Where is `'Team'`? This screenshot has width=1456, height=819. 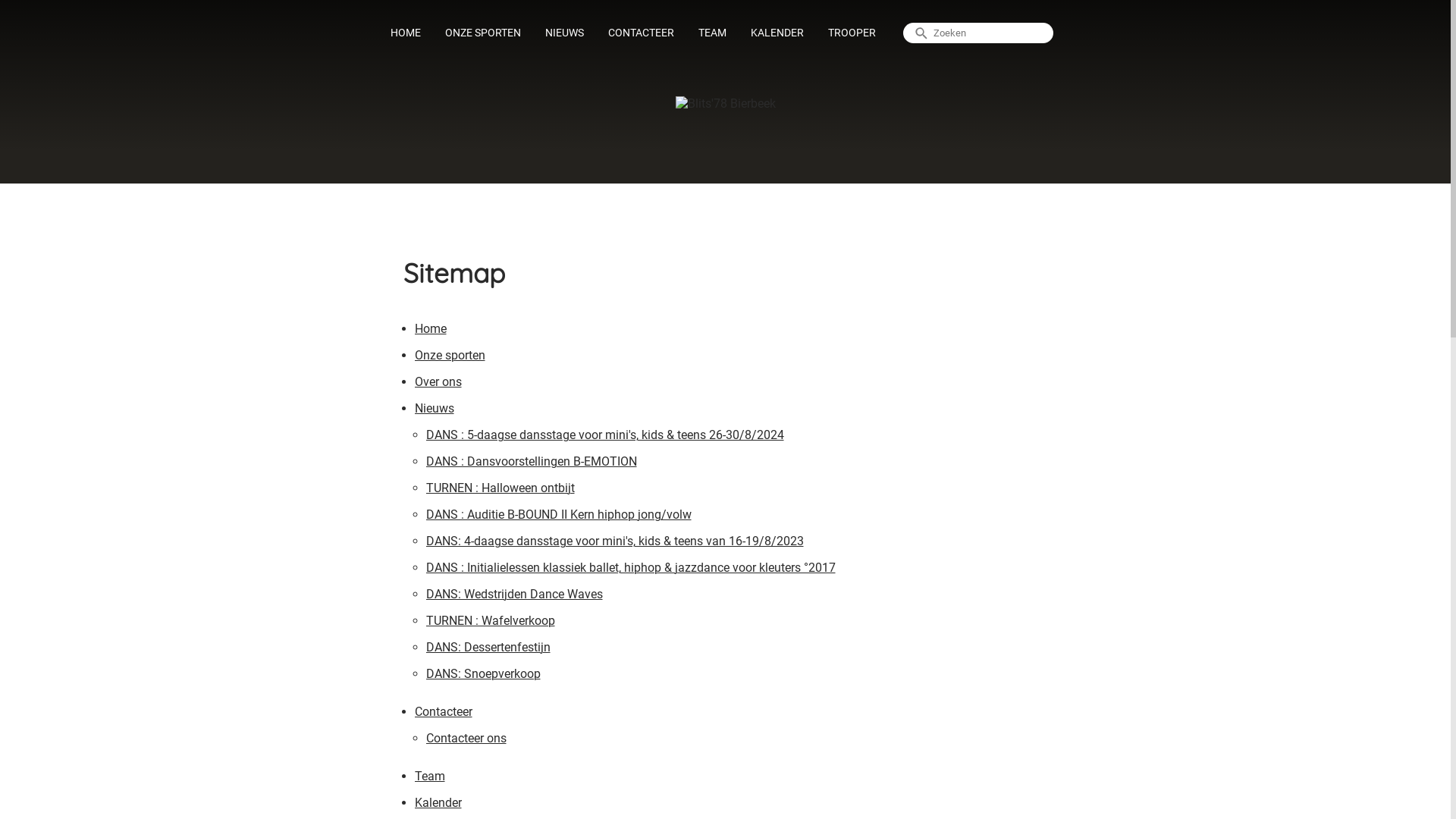 'Team' is located at coordinates (428, 778).